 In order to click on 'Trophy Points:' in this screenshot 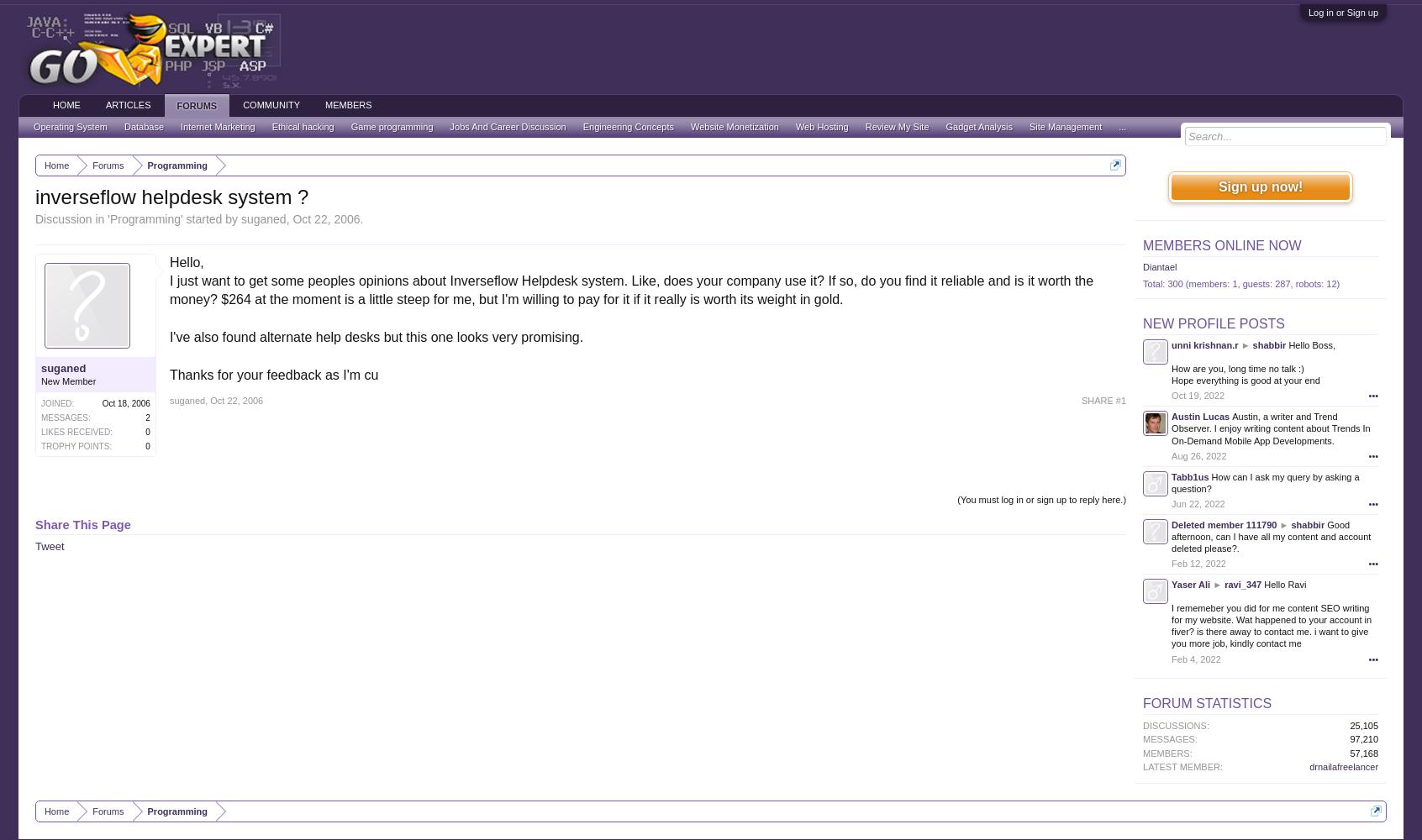, I will do `click(76, 445)`.